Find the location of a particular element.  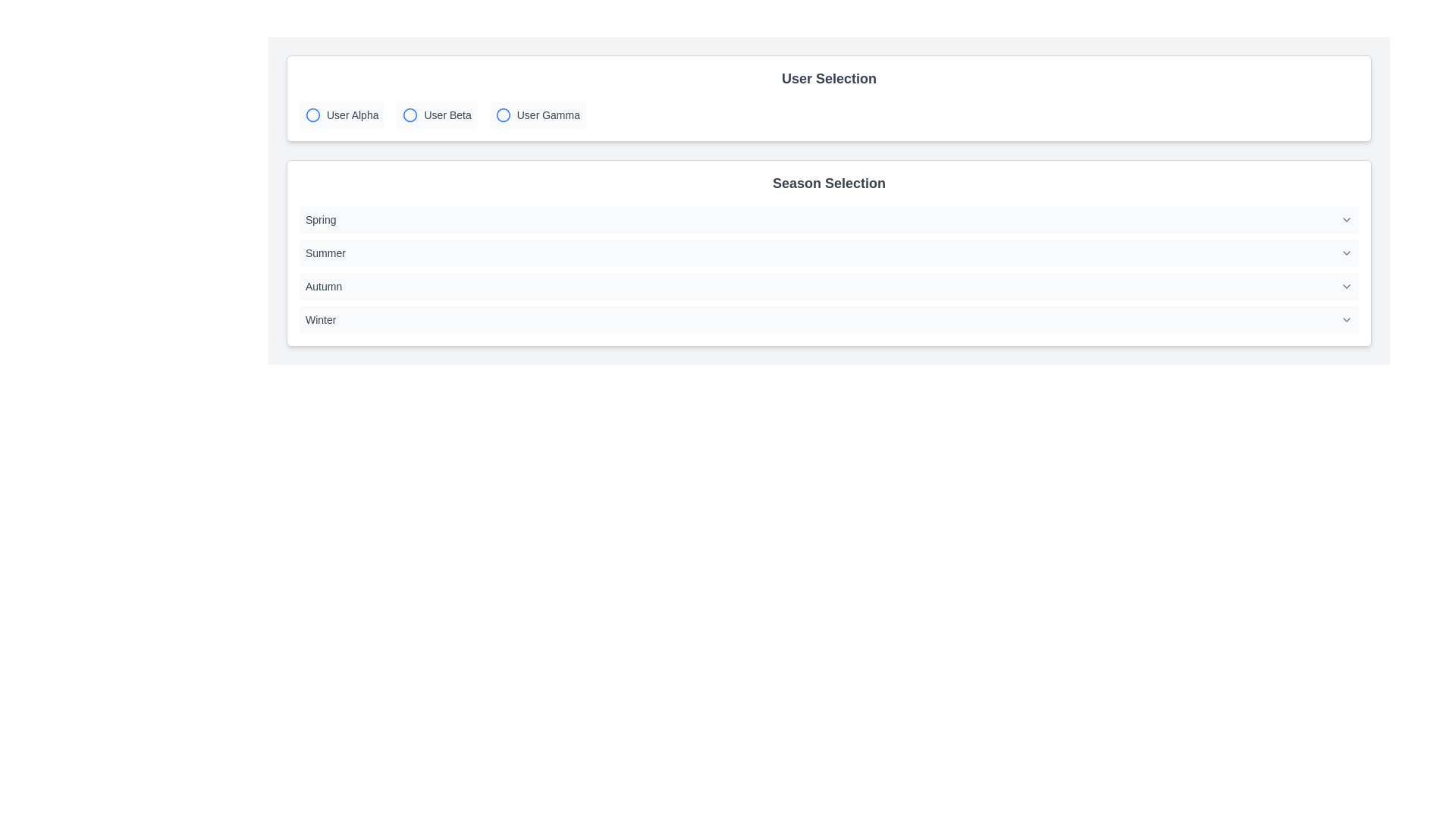

the circular radio button indicator for 'User Beta' is located at coordinates (410, 114).